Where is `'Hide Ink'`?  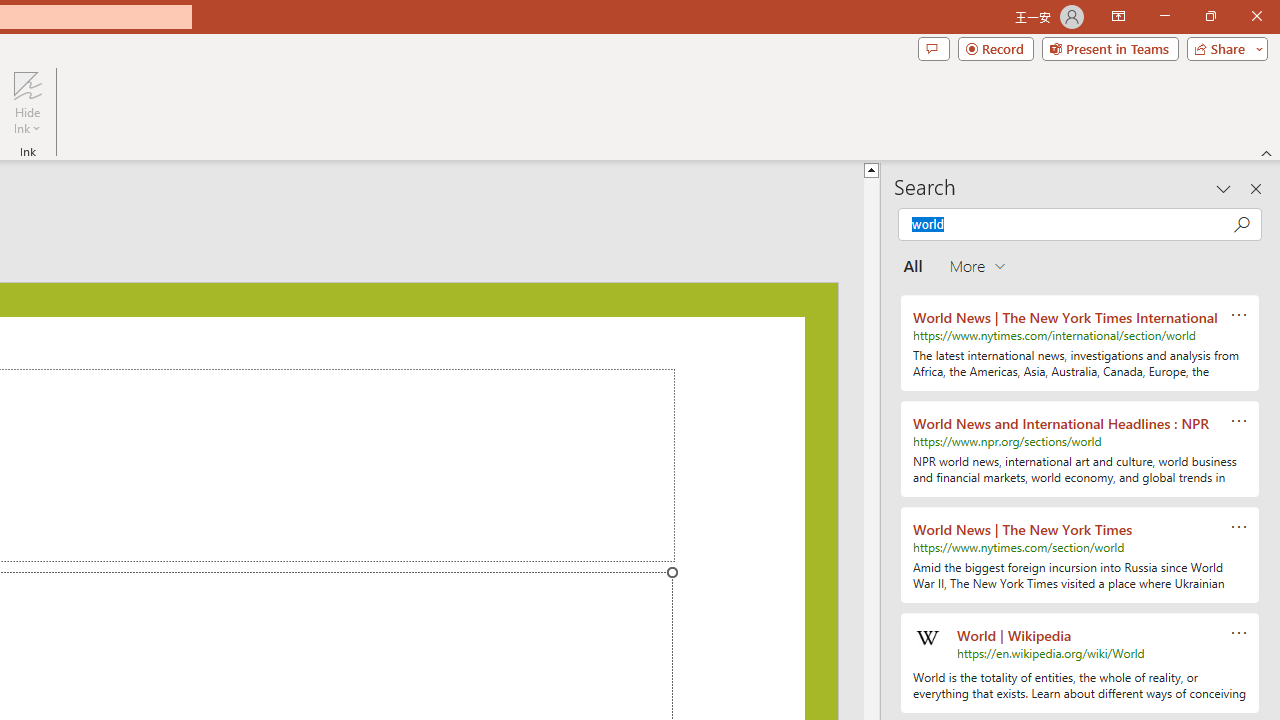
'Hide Ink' is located at coordinates (27, 103).